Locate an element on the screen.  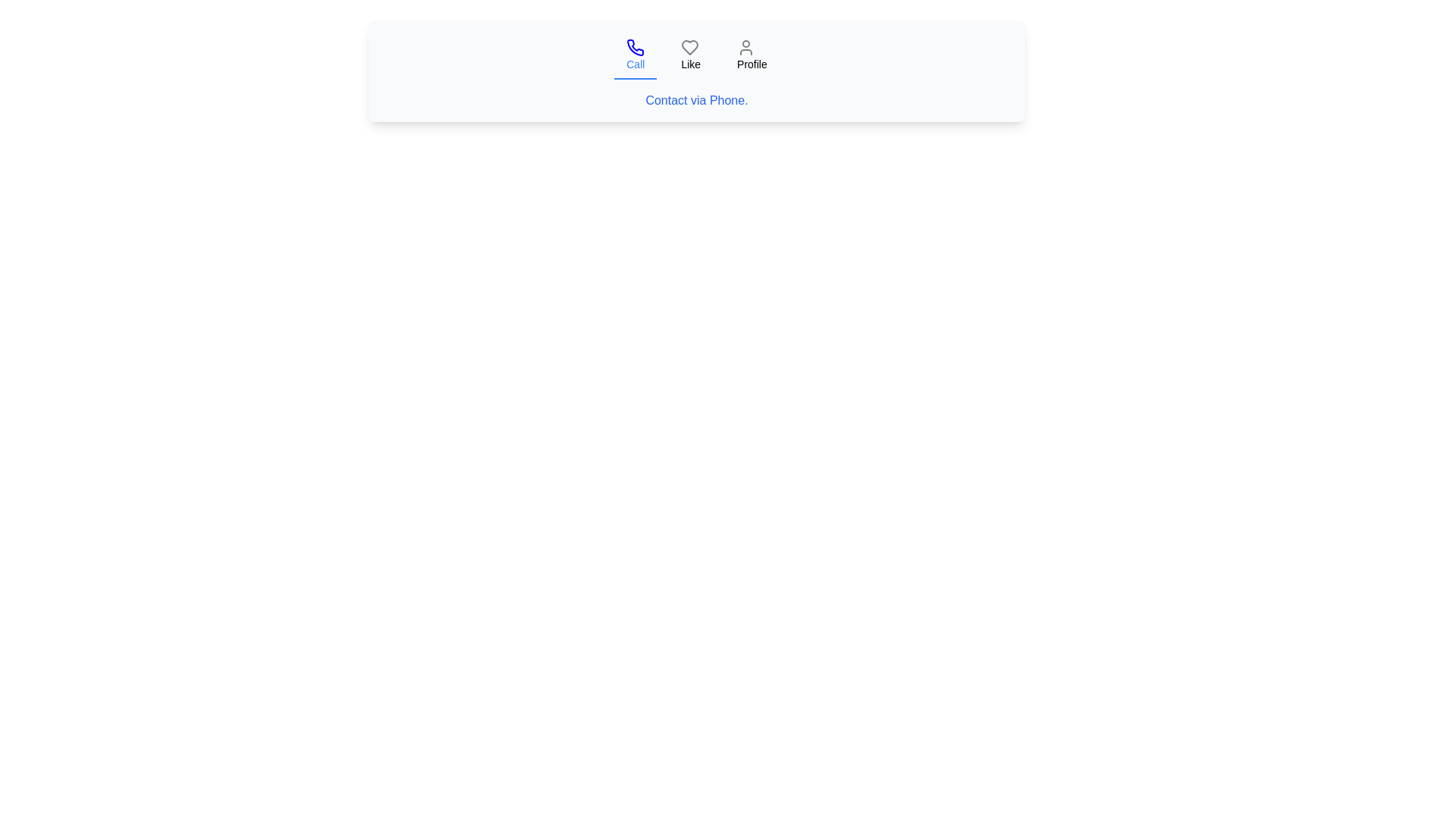
the user profile icon located in the top-right segment of the central navigation bar is located at coordinates (745, 46).